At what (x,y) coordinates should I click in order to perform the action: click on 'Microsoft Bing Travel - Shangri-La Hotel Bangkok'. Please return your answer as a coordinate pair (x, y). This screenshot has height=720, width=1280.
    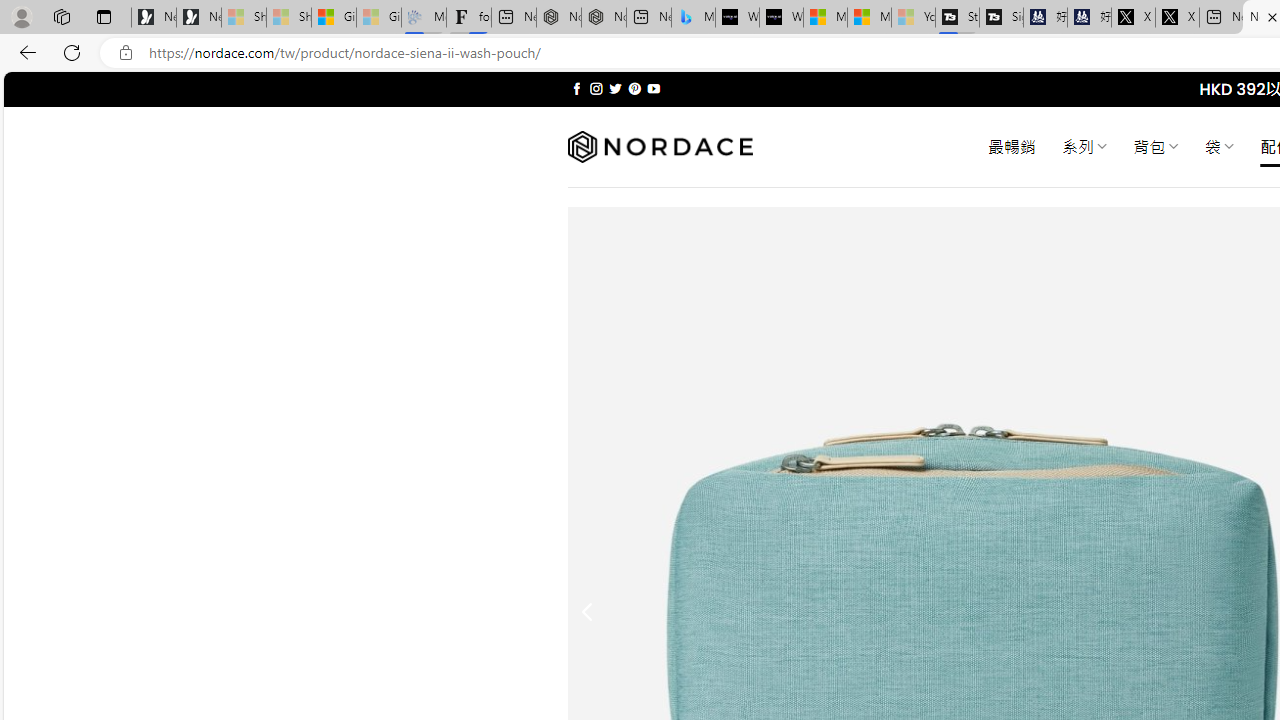
    Looking at the image, I should click on (693, 17).